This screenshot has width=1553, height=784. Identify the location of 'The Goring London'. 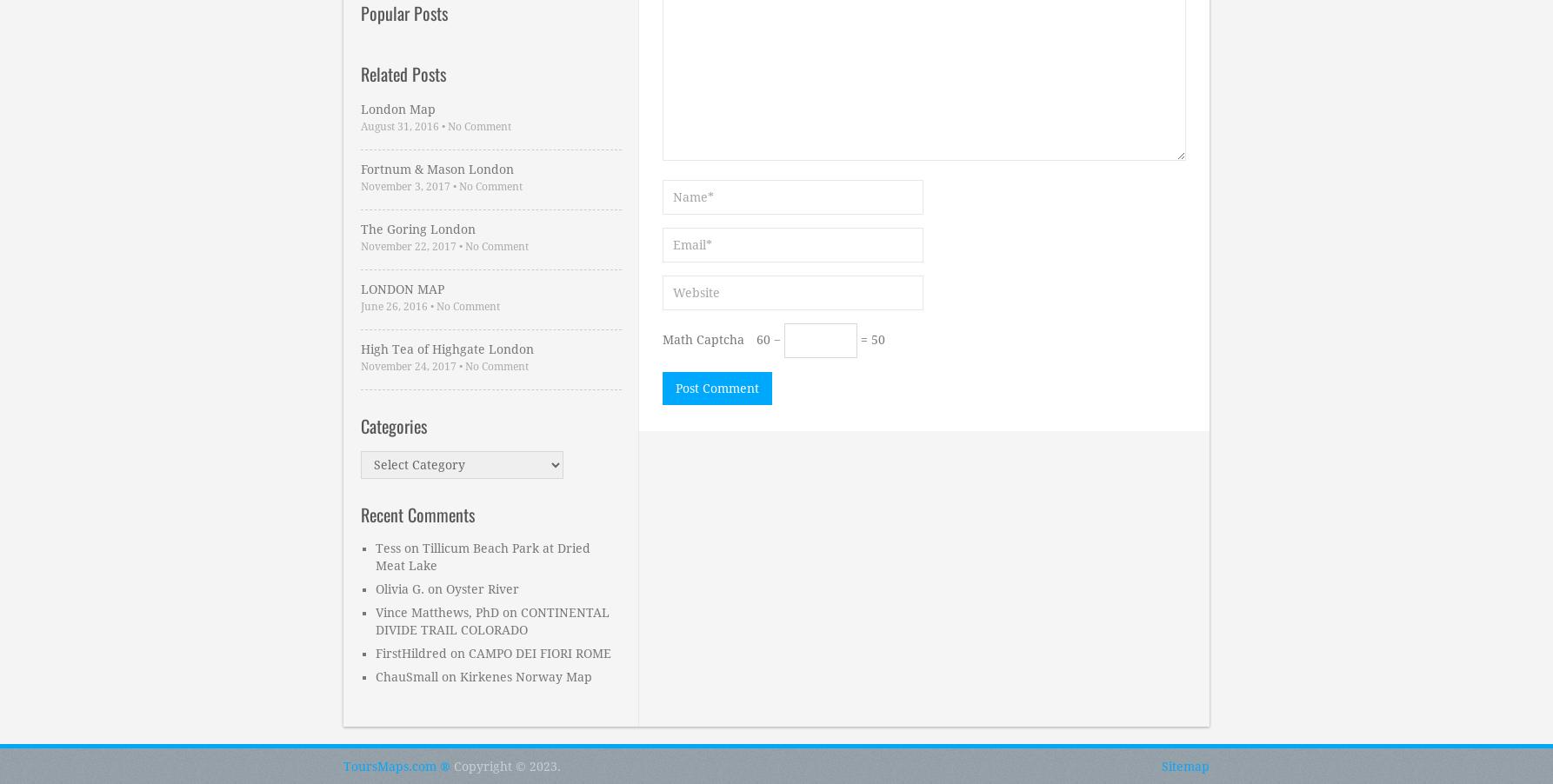
(359, 229).